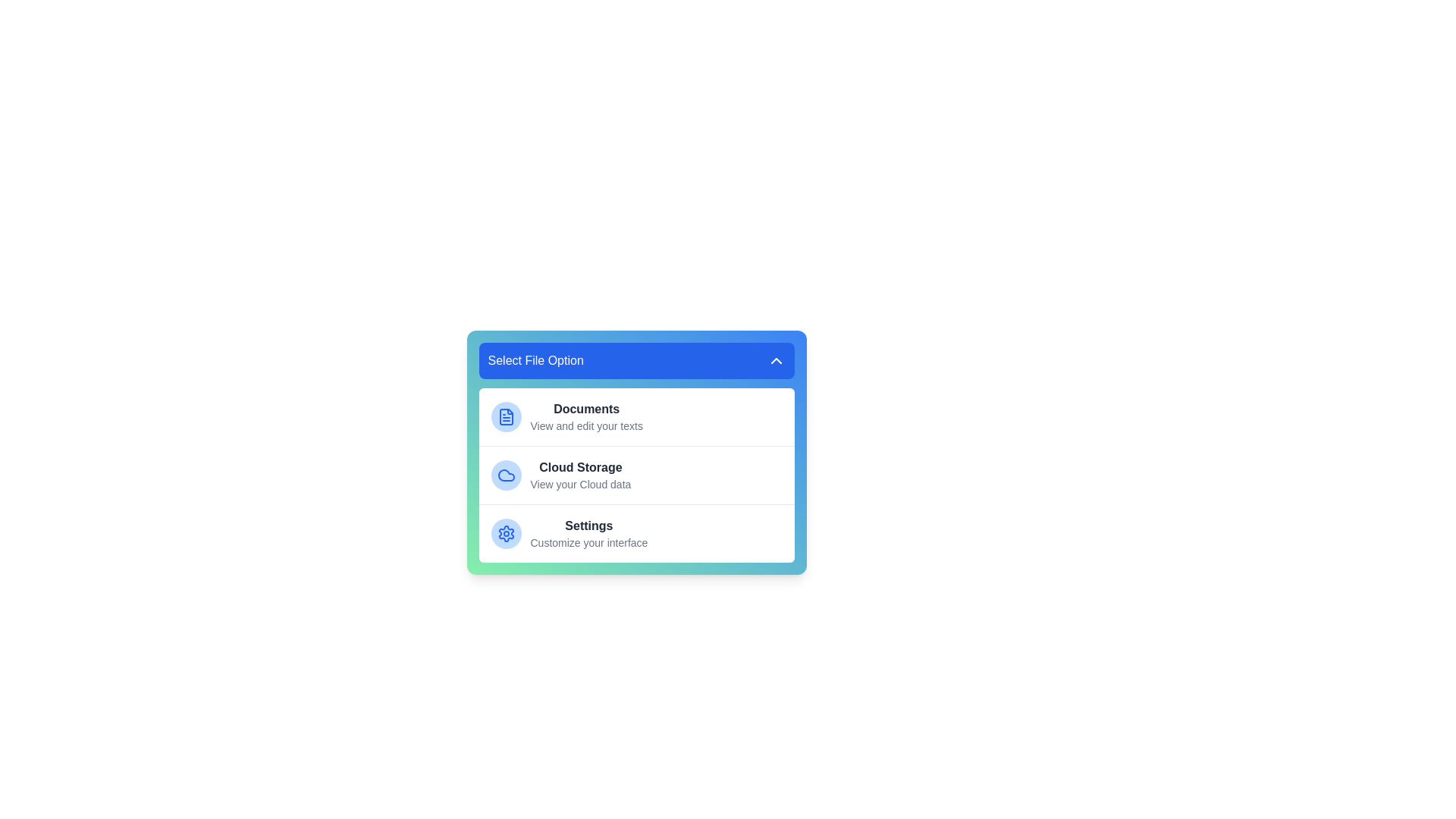 The width and height of the screenshot is (1456, 819). Describe the element at coordinates (585, 426) in the screenshot. I see `the descriptive text label for the 'Documents' section, which provides guidance for viewing and editing texts` at that location.